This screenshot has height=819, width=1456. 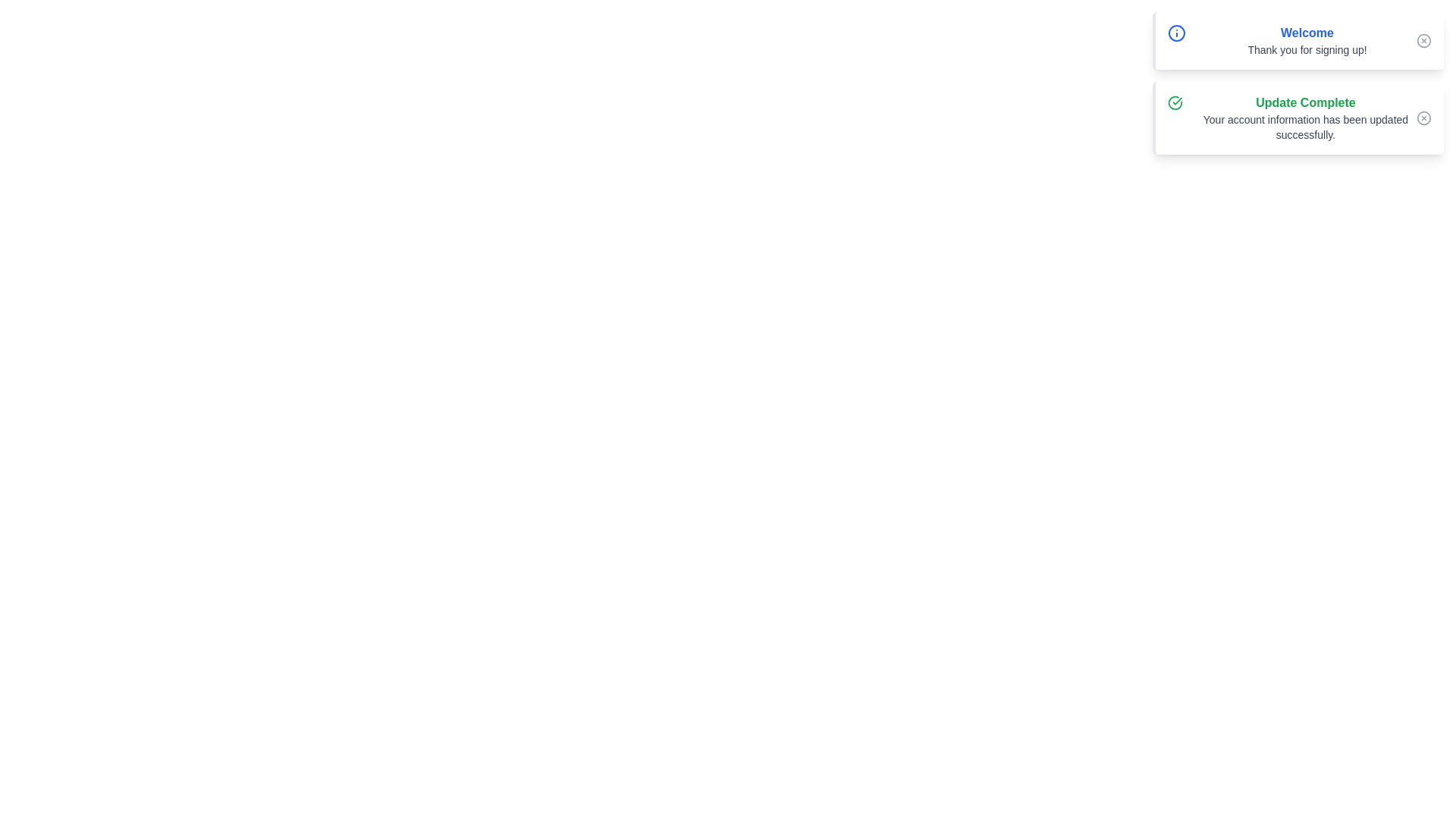 I want to click on the circular button with a gray border and a cross in its center, located at the top right corner of the notification card that says 'Welcome', so click(x=1423, y=40).